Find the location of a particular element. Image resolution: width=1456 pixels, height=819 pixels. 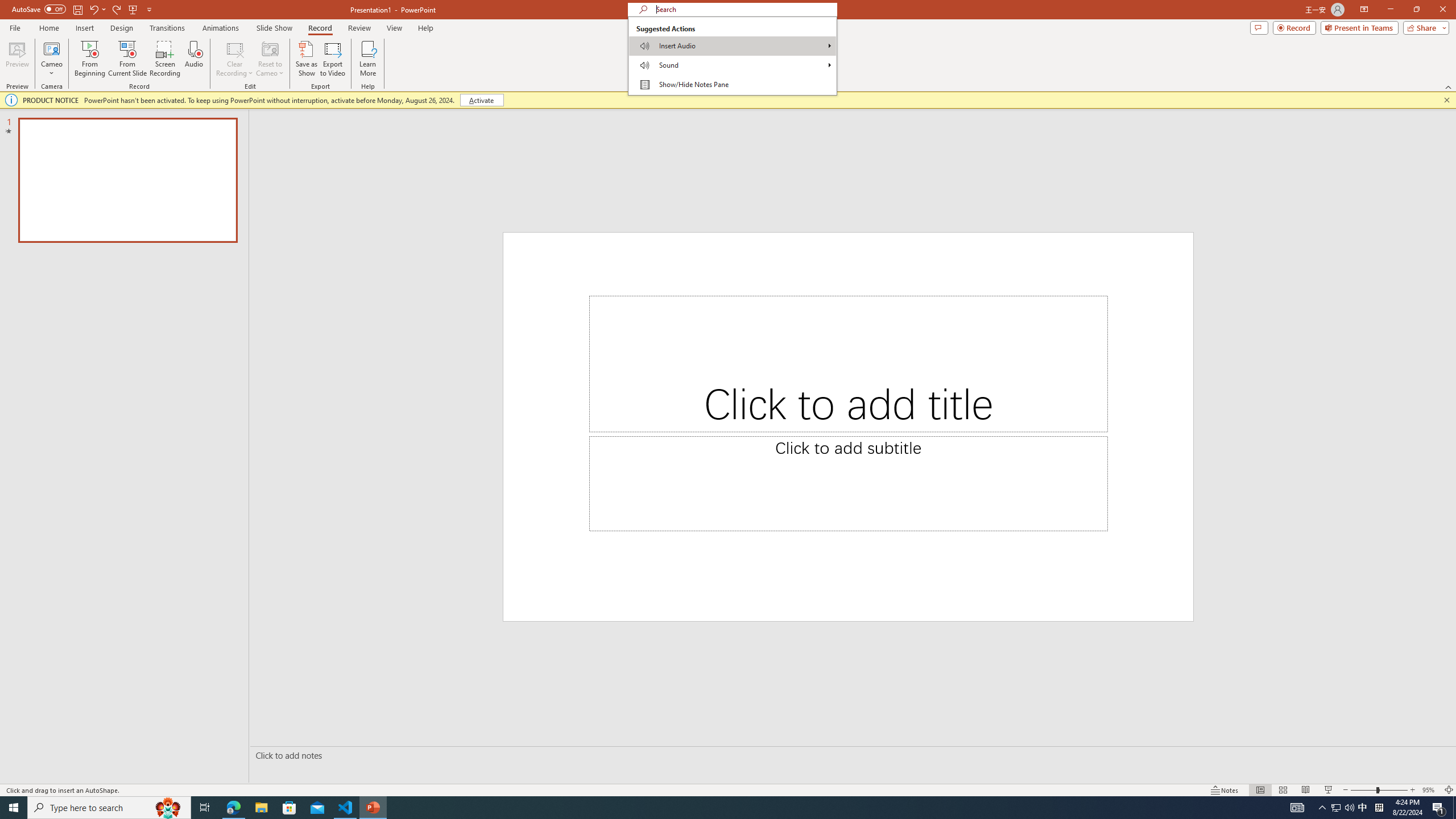

'Show/Hide Notes Pane' is located at coordinates (732, 85).